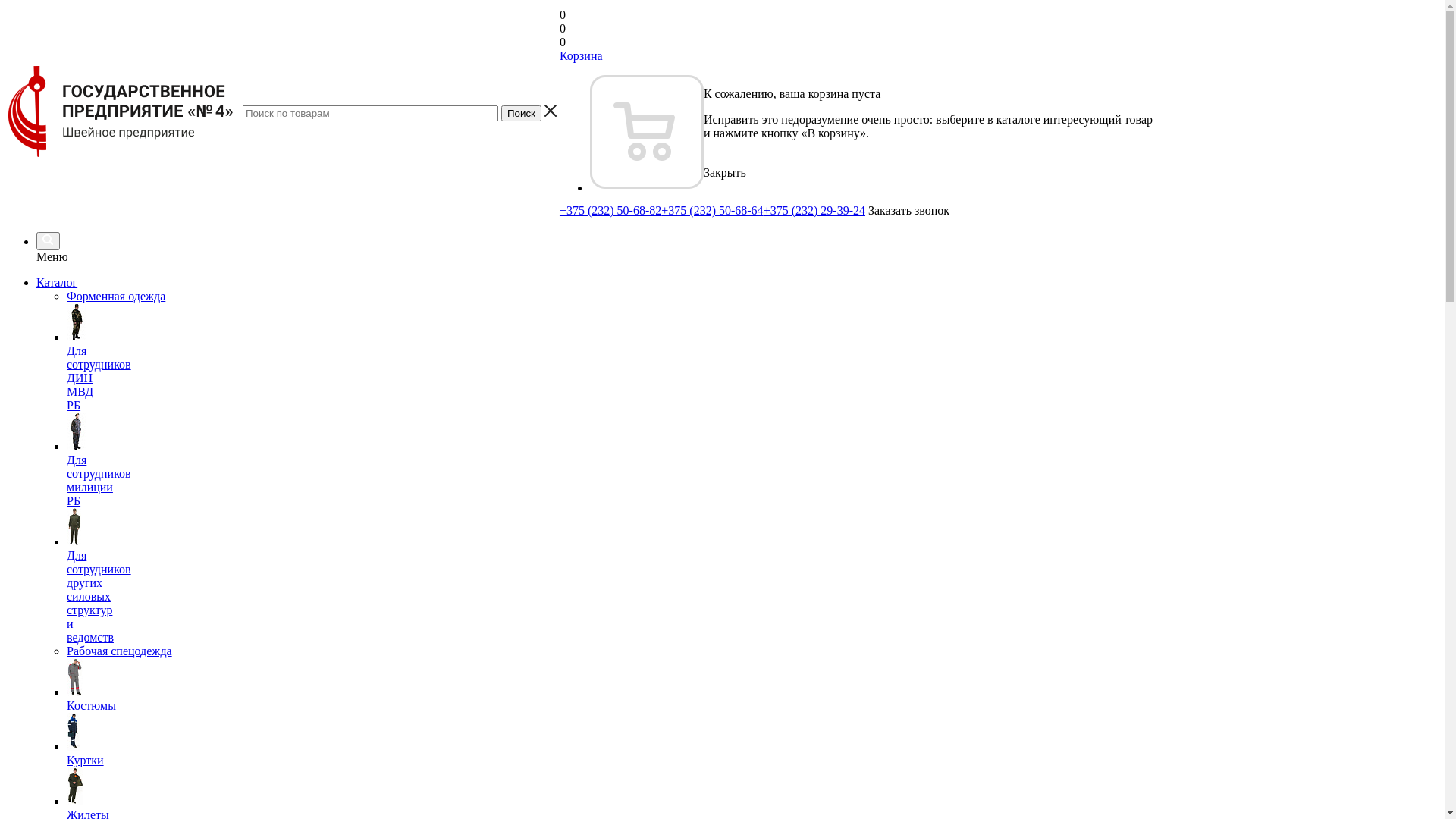 The width and height of the screenshot is (1456, 819). What do you see at coordinates (711, 210) in the screenshot?
I see `'+375 (232) 50-68-64'` at bounding box center [711, 210].